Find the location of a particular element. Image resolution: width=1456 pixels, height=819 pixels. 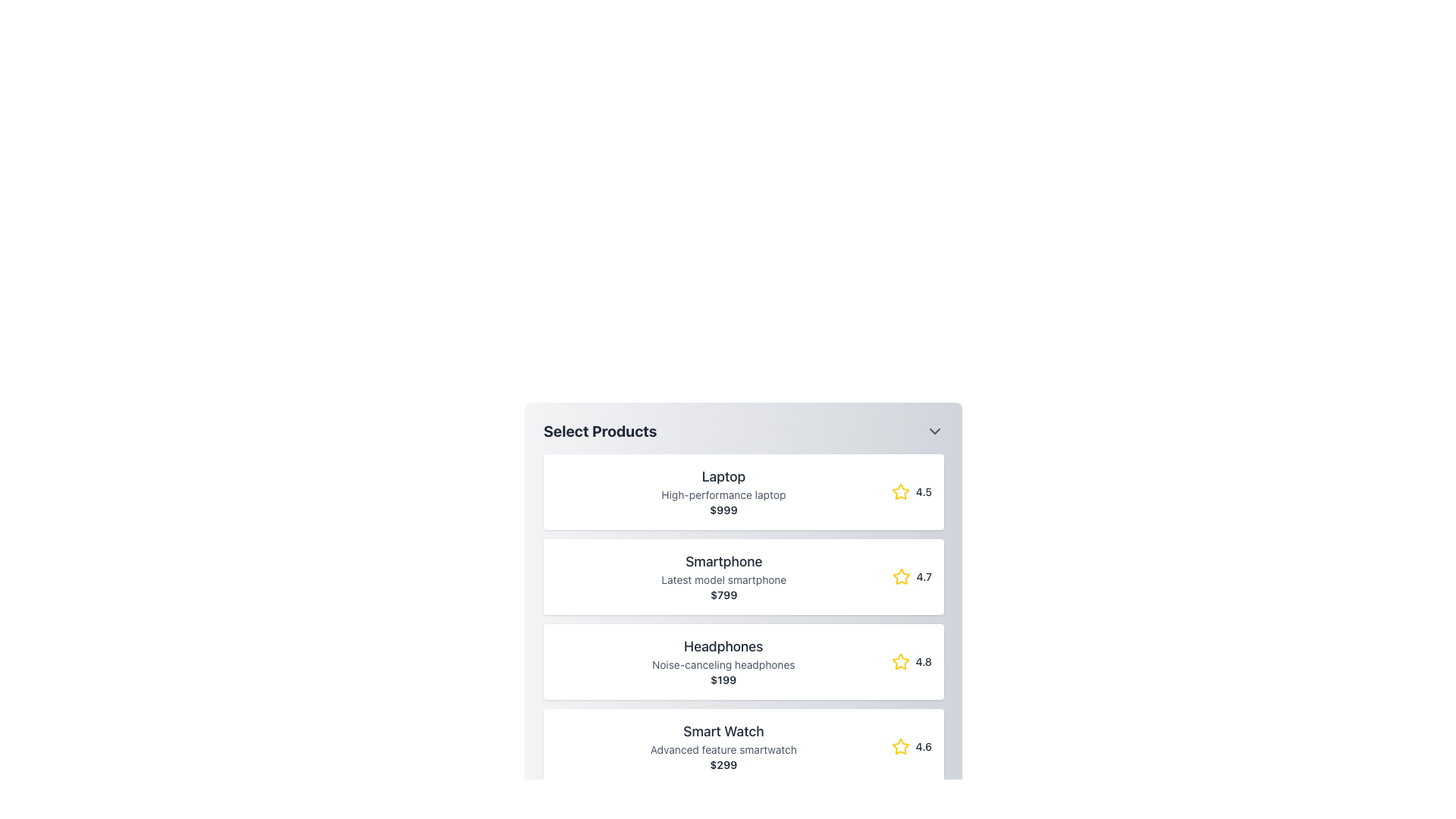

the product title text label located at the top-left of the product card is located at coordinates (723, 730).